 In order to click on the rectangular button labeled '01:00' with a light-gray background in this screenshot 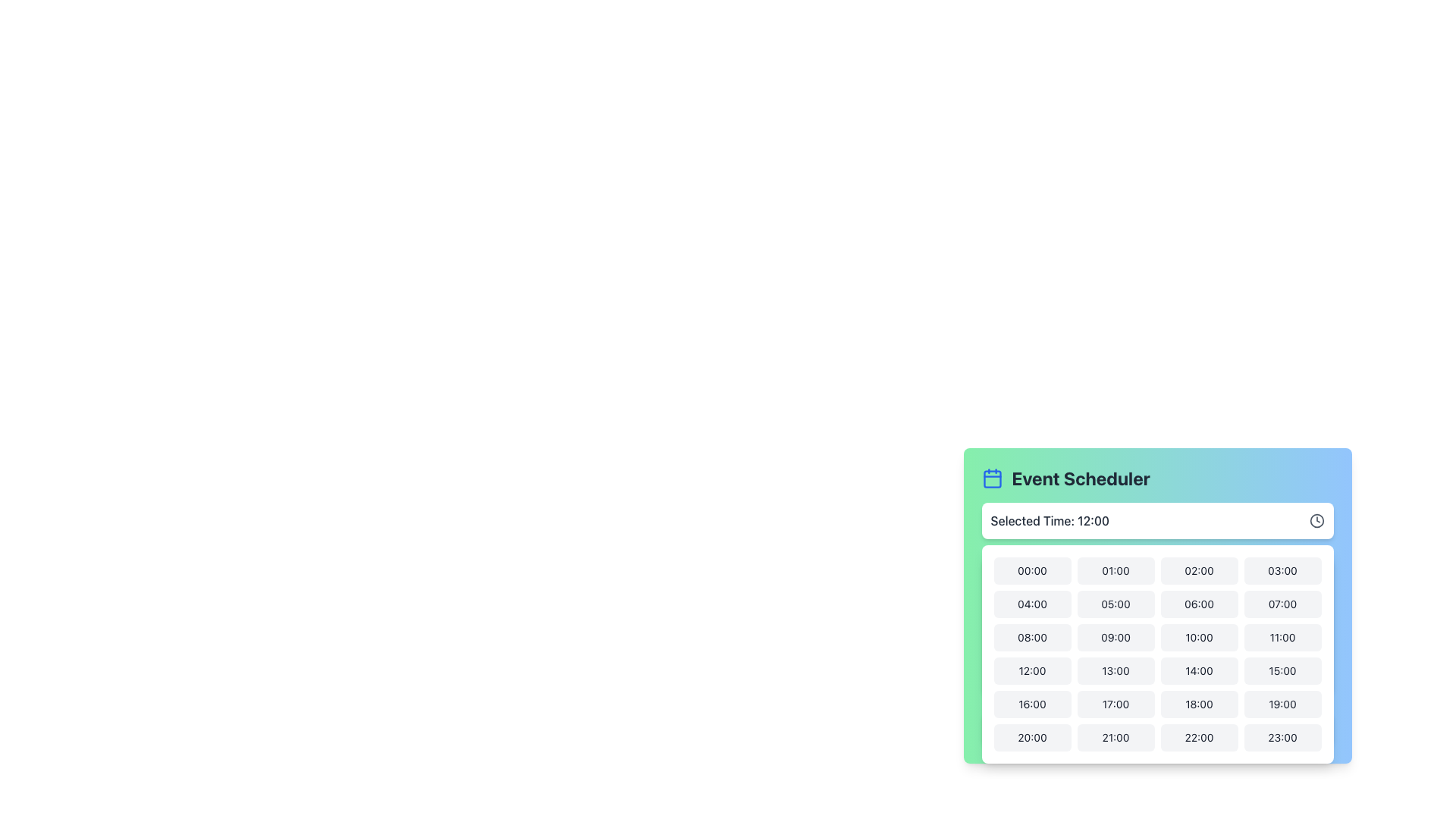, I will do `click(1116, 570)`.